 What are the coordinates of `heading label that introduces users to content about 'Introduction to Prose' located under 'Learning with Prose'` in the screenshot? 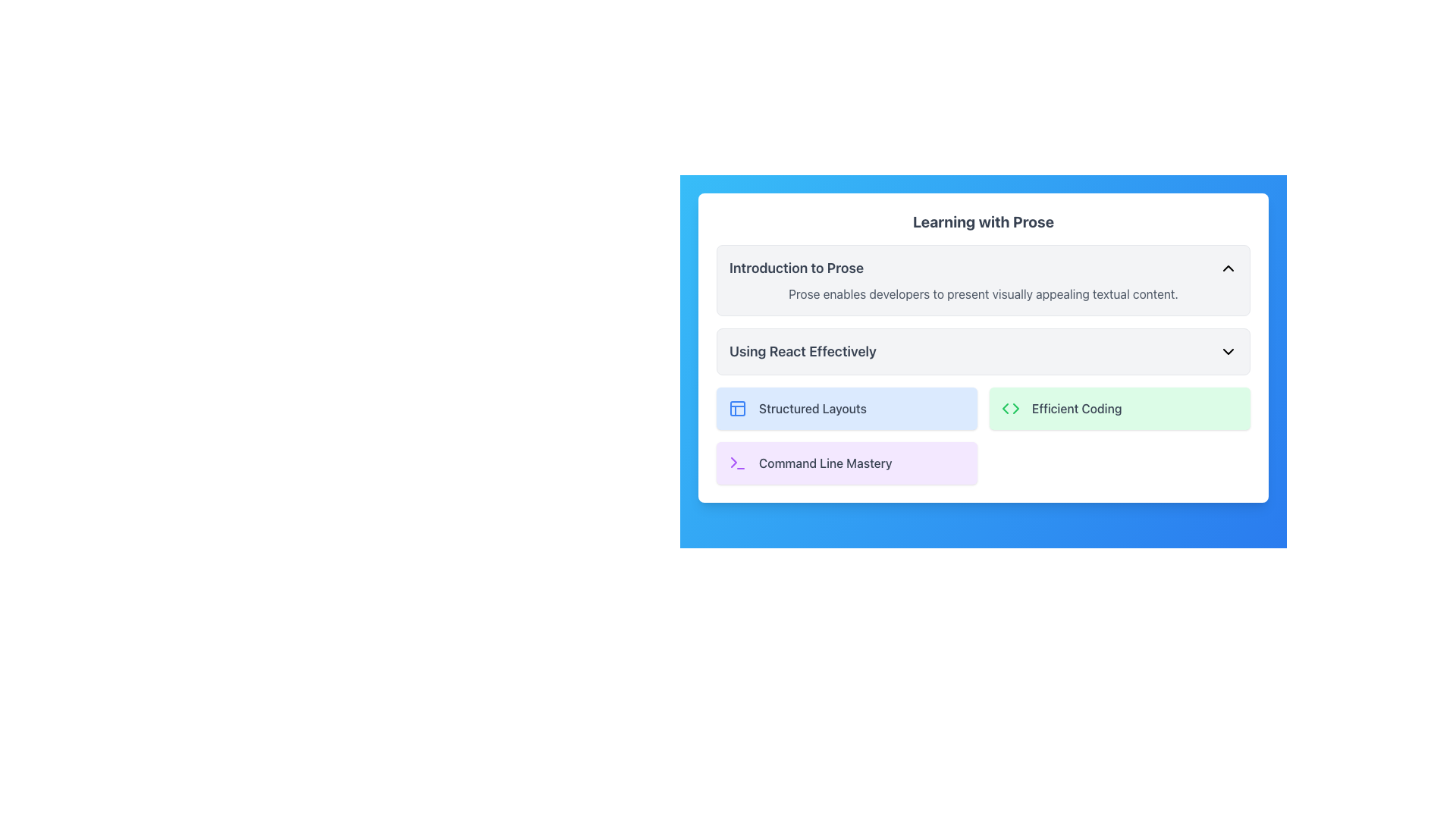 It's located at (795, 268).